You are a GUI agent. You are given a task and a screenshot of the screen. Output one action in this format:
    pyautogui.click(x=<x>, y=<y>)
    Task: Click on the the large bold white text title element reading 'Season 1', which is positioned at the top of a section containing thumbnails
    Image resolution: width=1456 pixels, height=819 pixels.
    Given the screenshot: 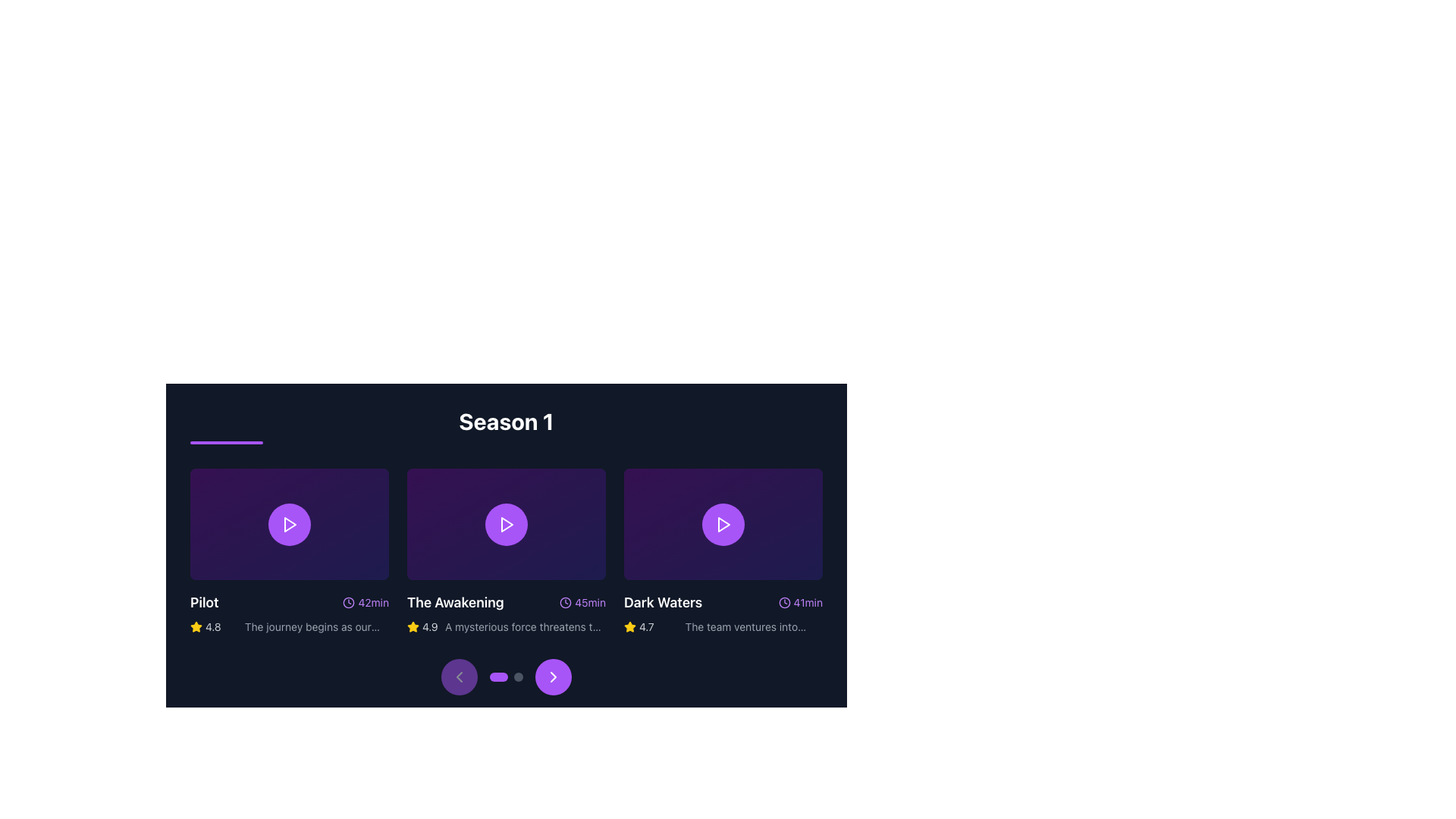 What is the action you would take?
    pyautogui.click(x=506, y=421)
    